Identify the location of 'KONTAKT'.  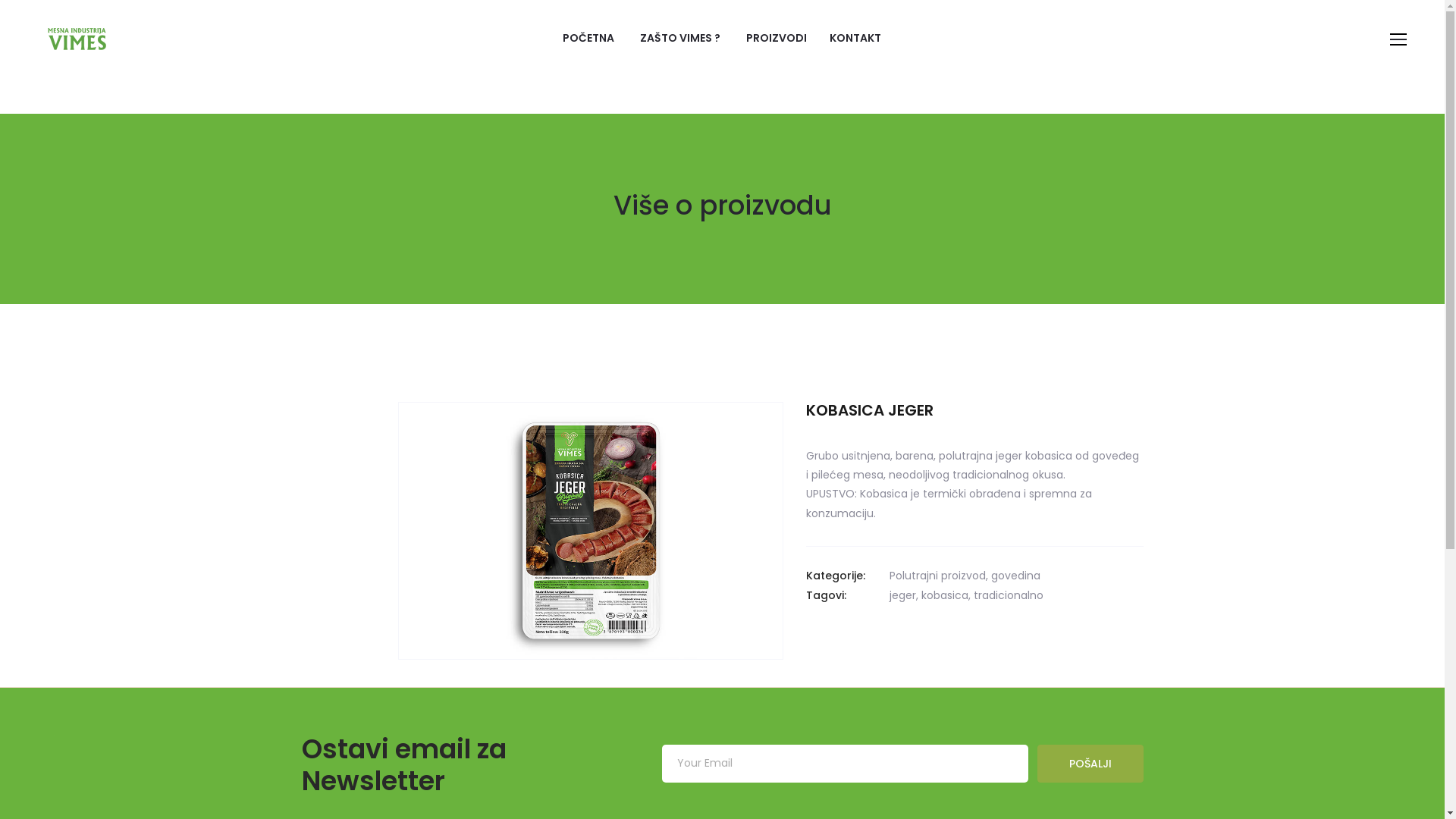
(855, 37).